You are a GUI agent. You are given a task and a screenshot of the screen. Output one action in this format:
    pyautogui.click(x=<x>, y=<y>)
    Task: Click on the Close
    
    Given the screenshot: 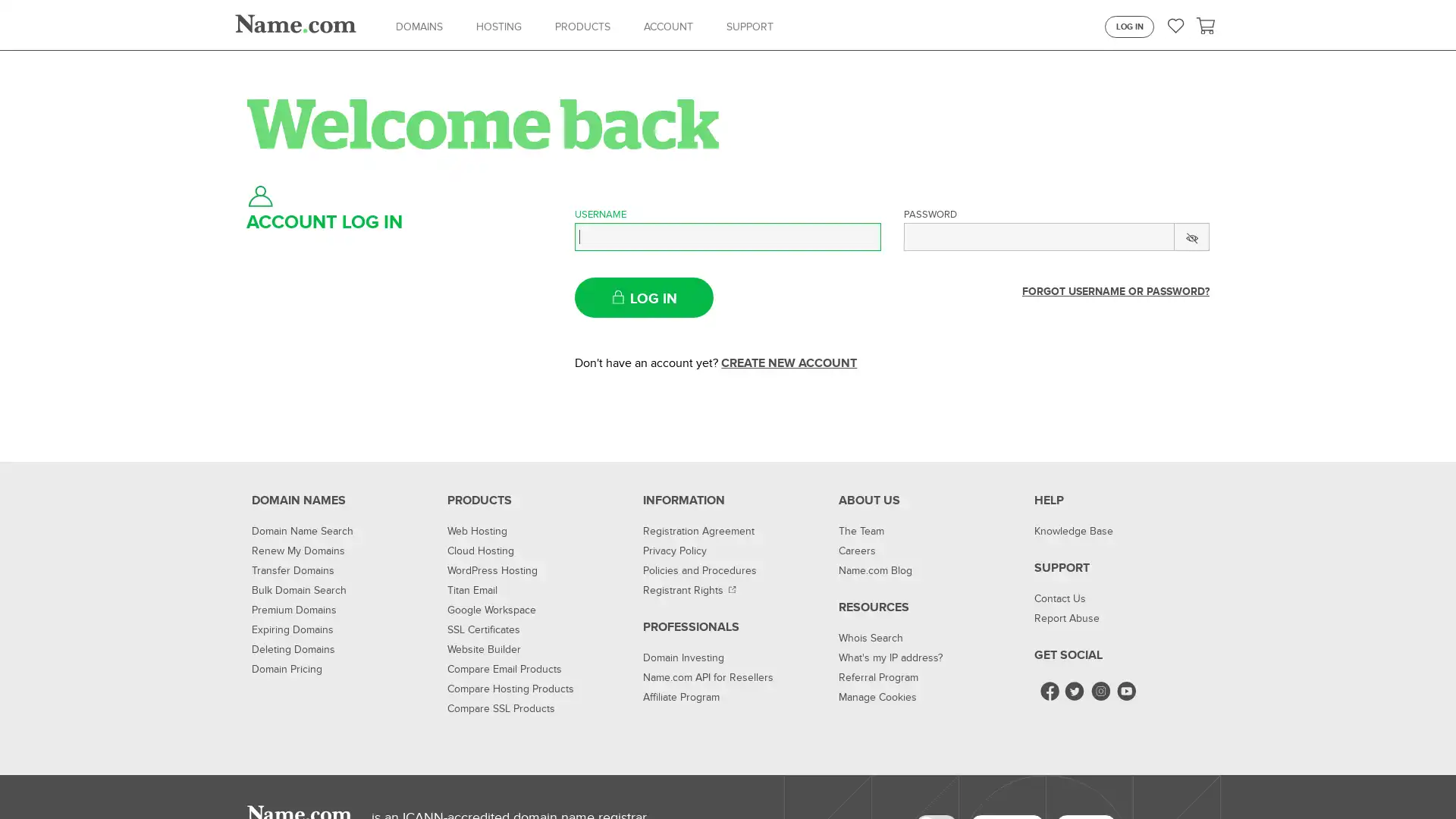 What is the action you would take?
    pyautogui.click(x=1430, y=778)
    